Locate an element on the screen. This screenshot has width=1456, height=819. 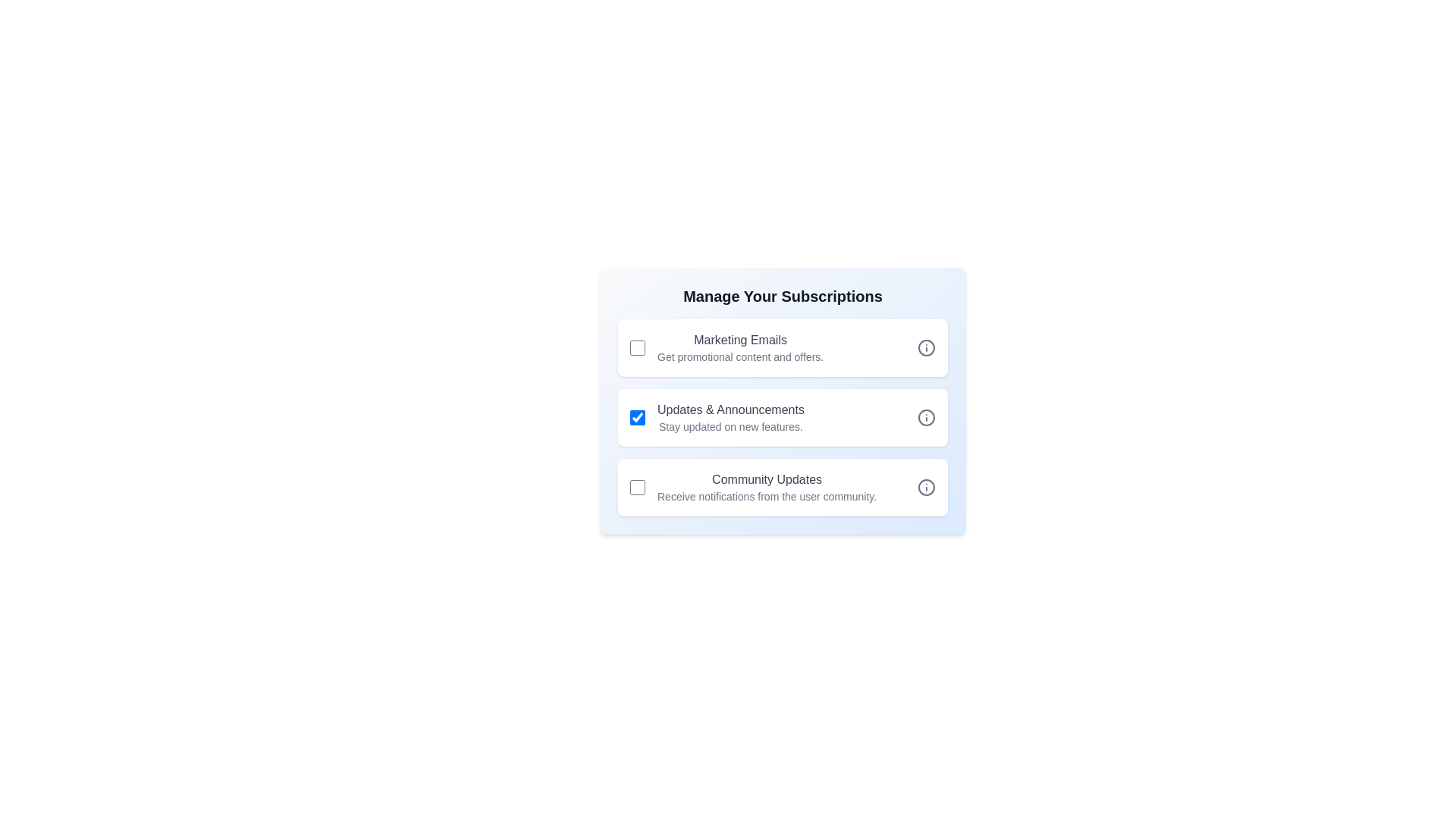
the checkbox for 'Marketing Emails' to toggle its state is located at coordinates (637, 348).